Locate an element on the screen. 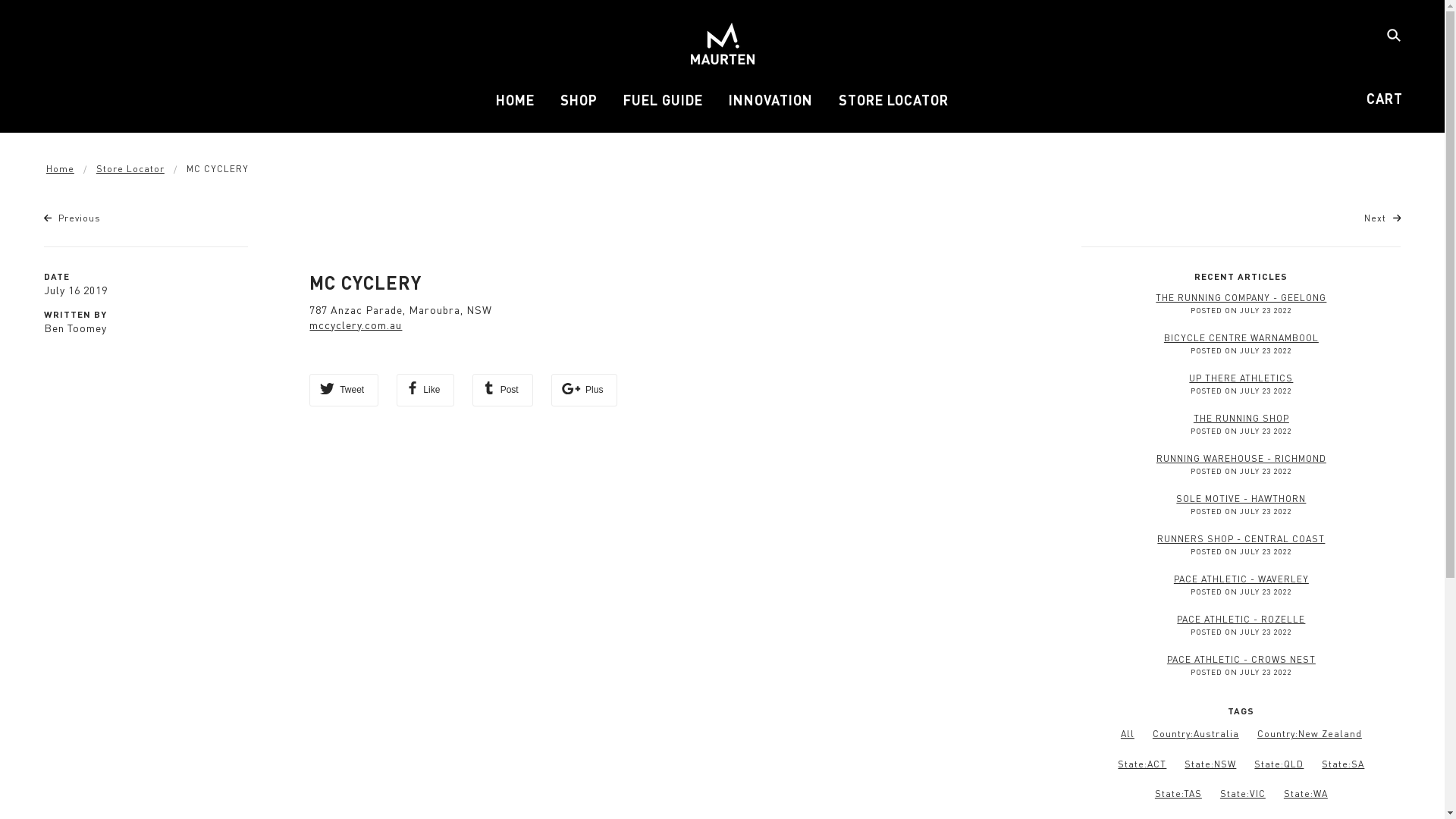 The width and height of the screenshot is (1456, 819). 'All' is located at coordinates (1128, 733).